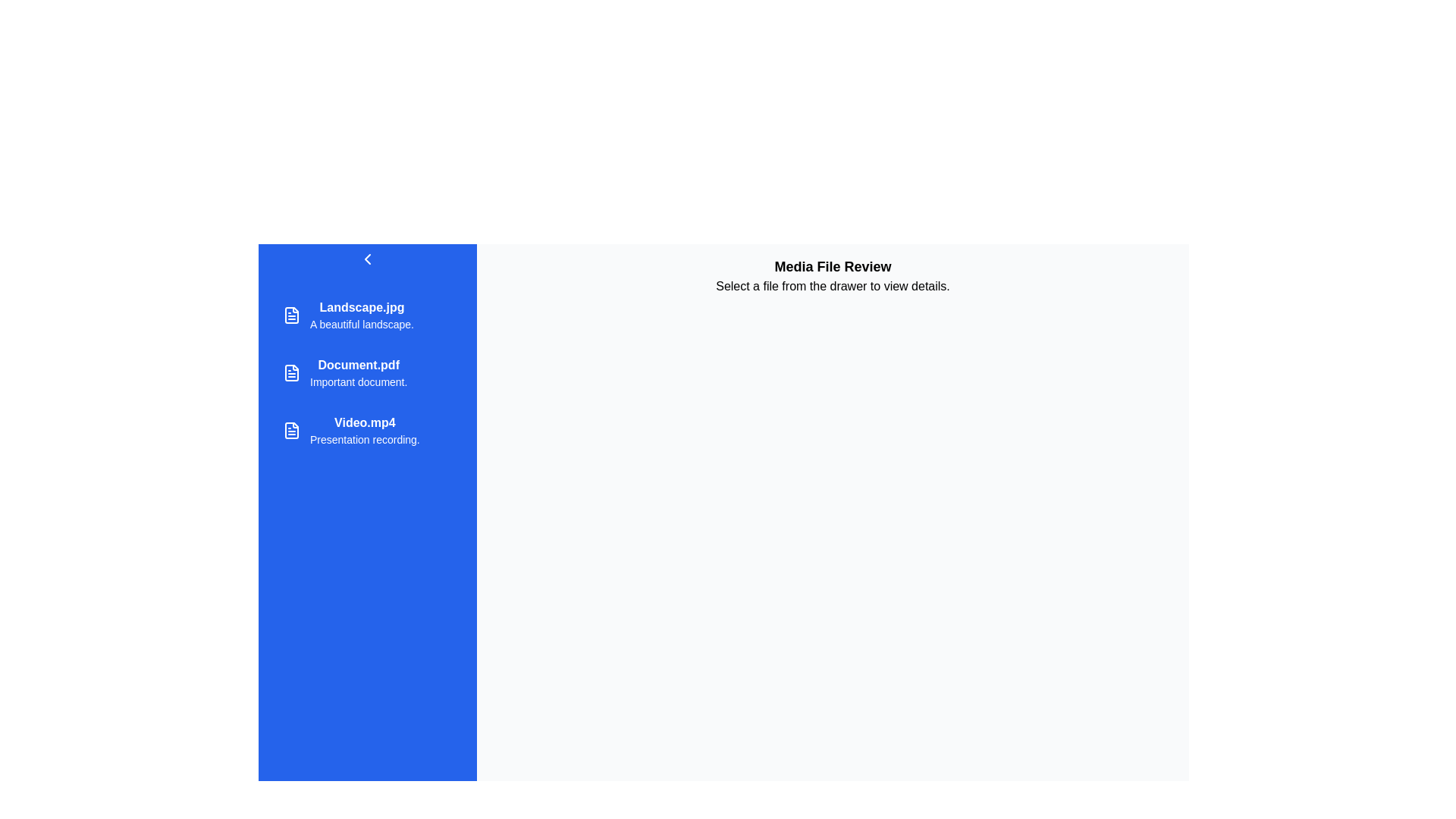 The width and height of the screenshot is (1456, 819). Describe the element at coordinates (832, 287) in the screenshot. I see `the text display element that reads 'Select a file from the drawer` at that location.